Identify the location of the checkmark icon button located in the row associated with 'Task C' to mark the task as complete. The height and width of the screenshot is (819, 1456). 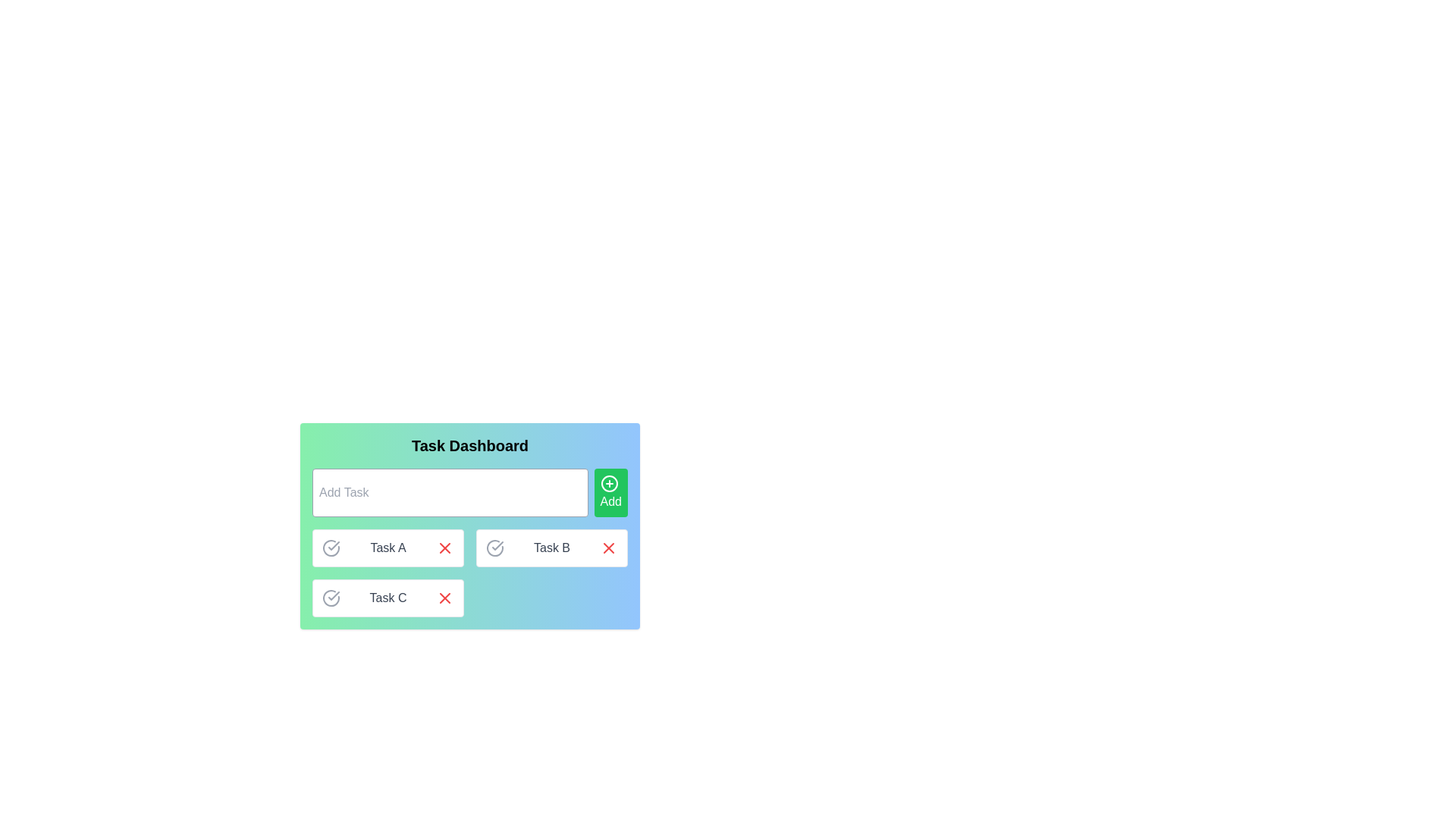
(333, 595).